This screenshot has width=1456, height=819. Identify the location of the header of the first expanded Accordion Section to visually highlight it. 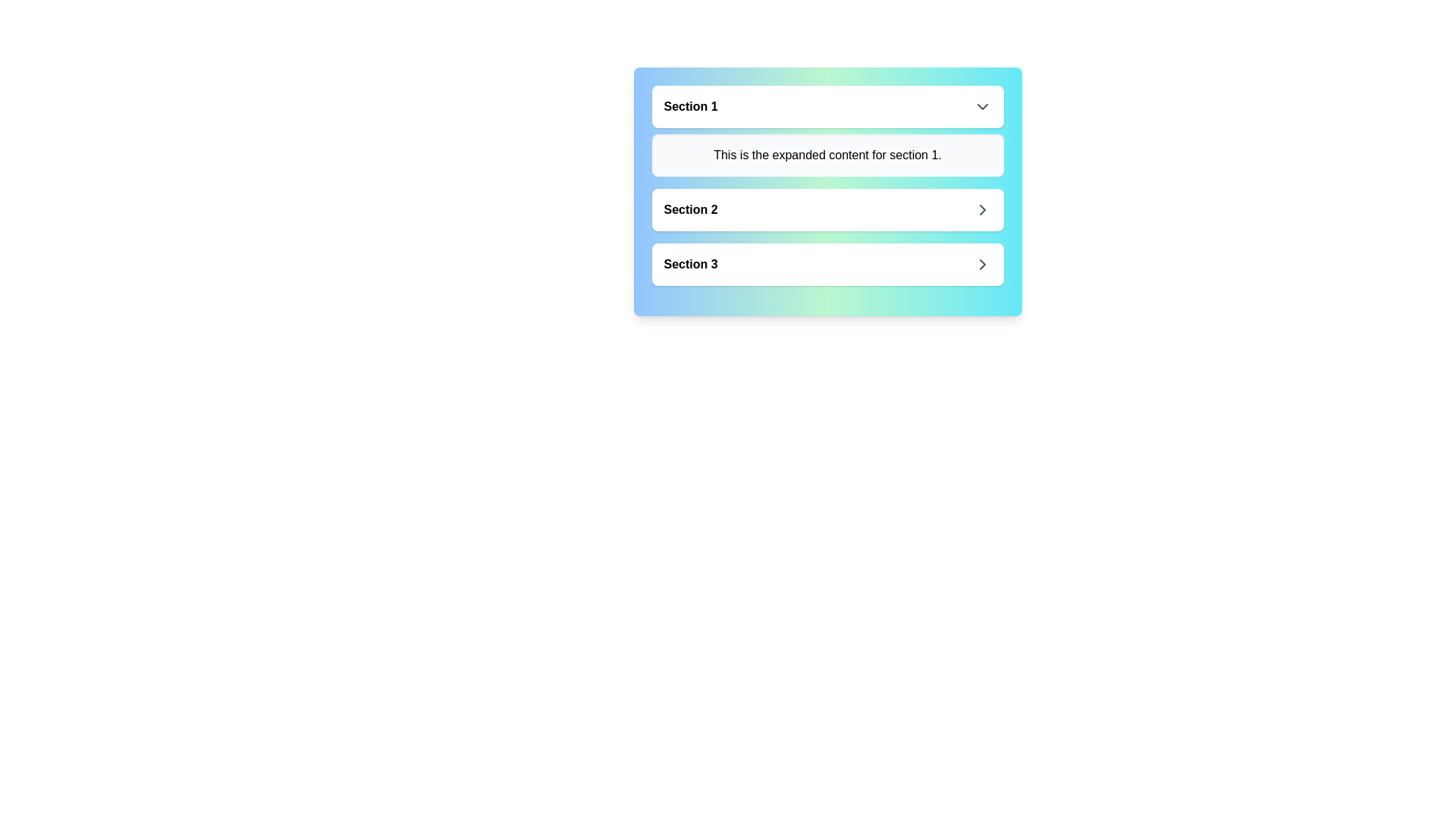
(827, 130).